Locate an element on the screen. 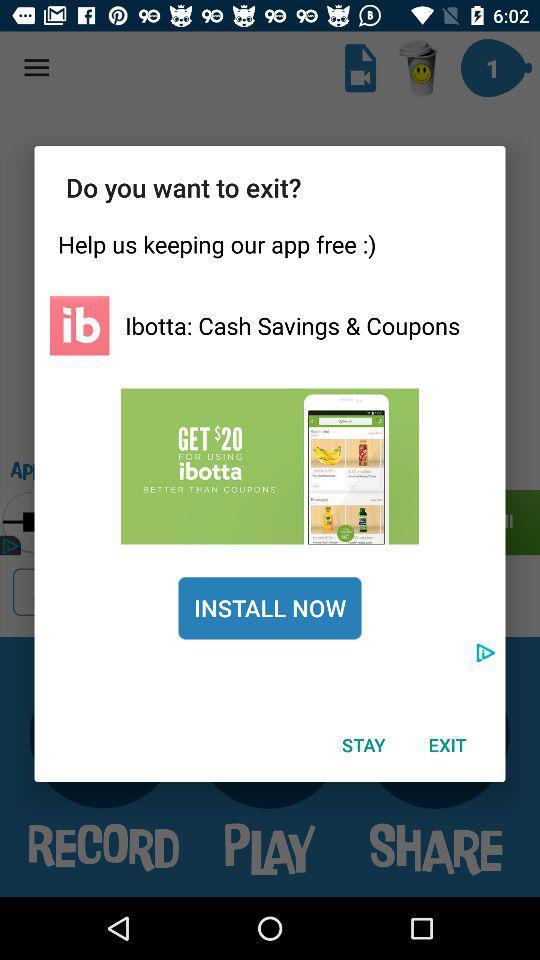 The image size is (540, 960). the icon next to exit item is located at coordinates (362, 744).